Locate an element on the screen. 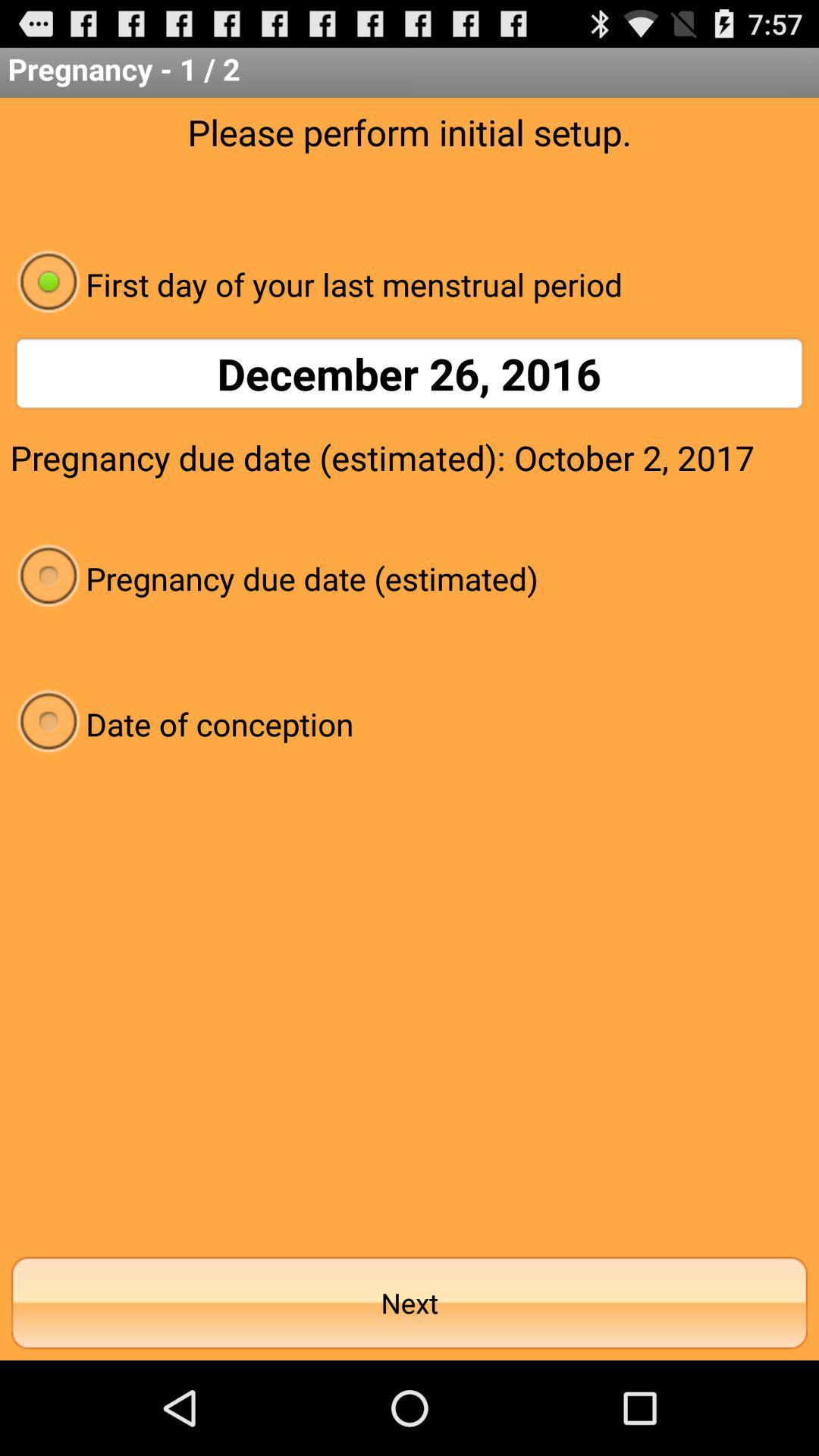  app above the pregnancy due date app is located at coordinates (409, 373).